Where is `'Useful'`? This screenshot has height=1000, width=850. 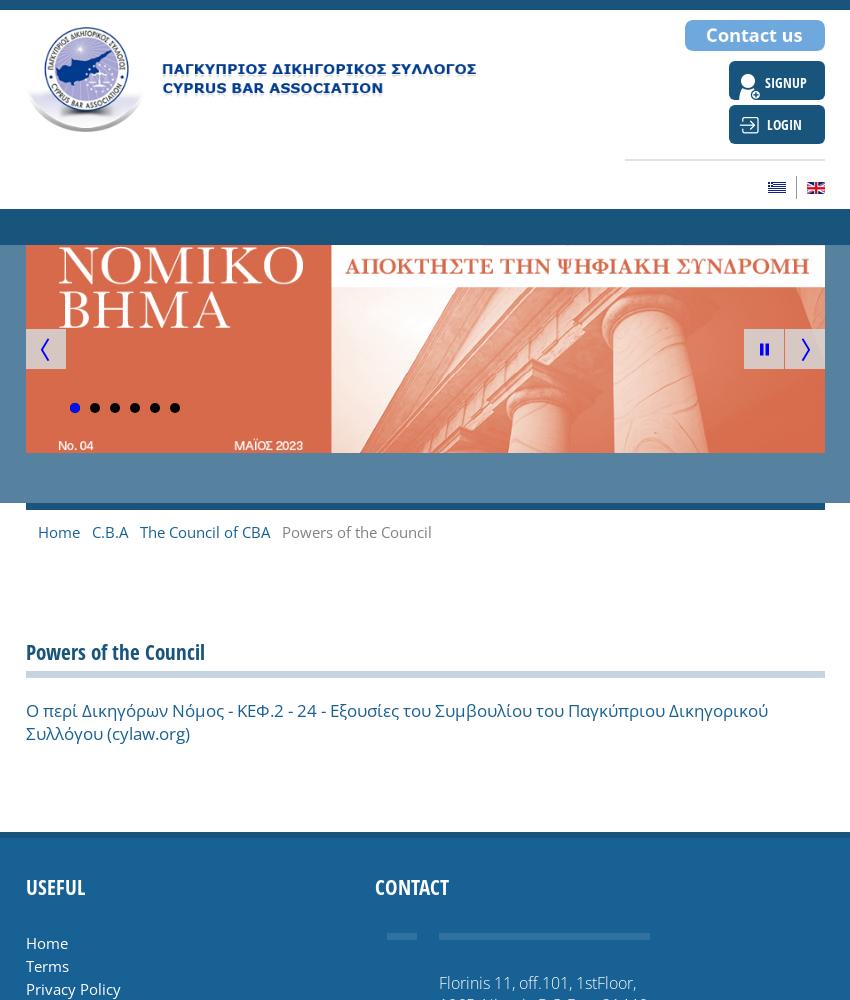 'Useful' is located at coordinates (54, 887).